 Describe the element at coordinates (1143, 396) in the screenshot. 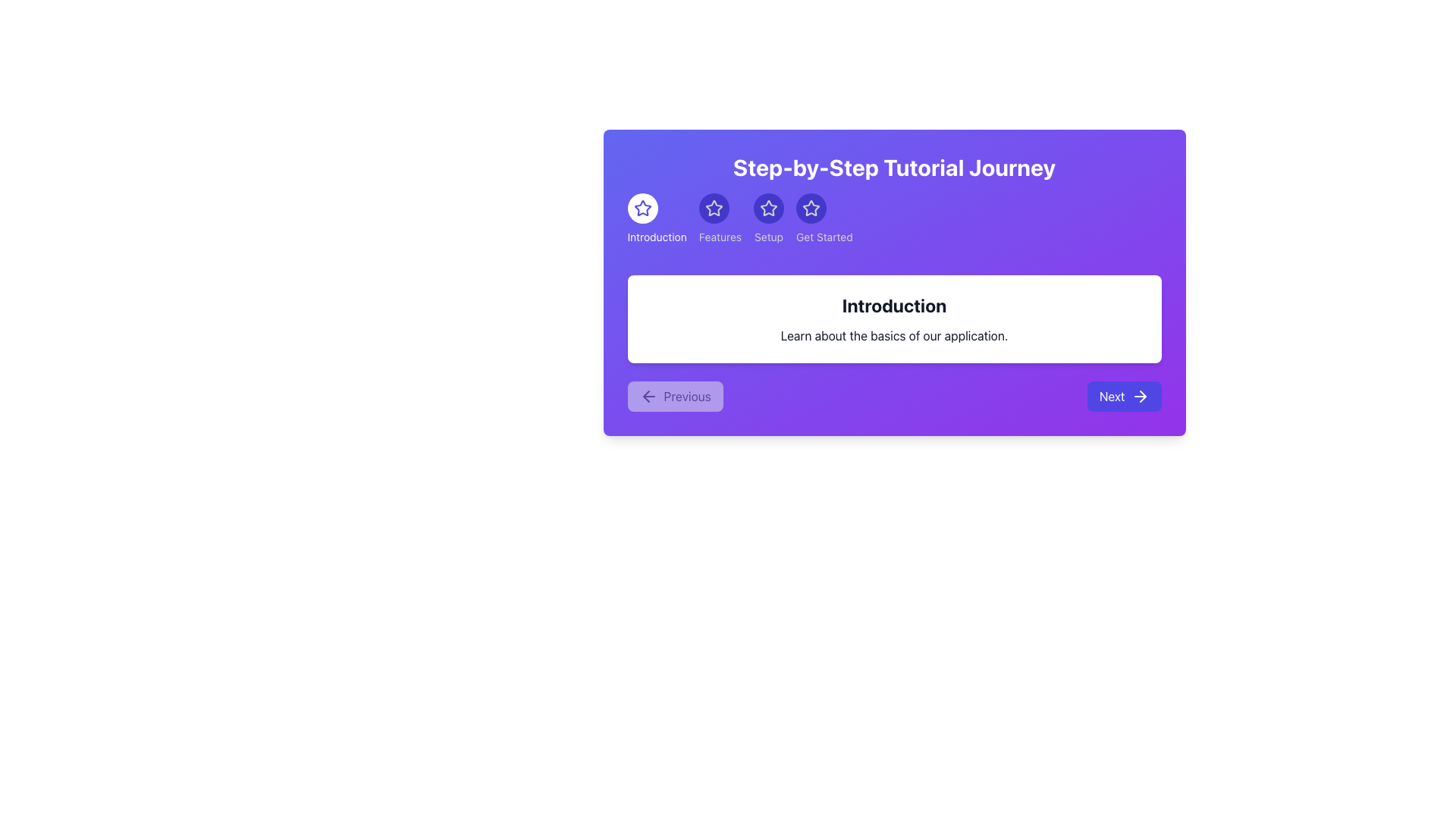

I see `the right-pointing arrow icon located at the far right side of the 'Next' button` at that location.